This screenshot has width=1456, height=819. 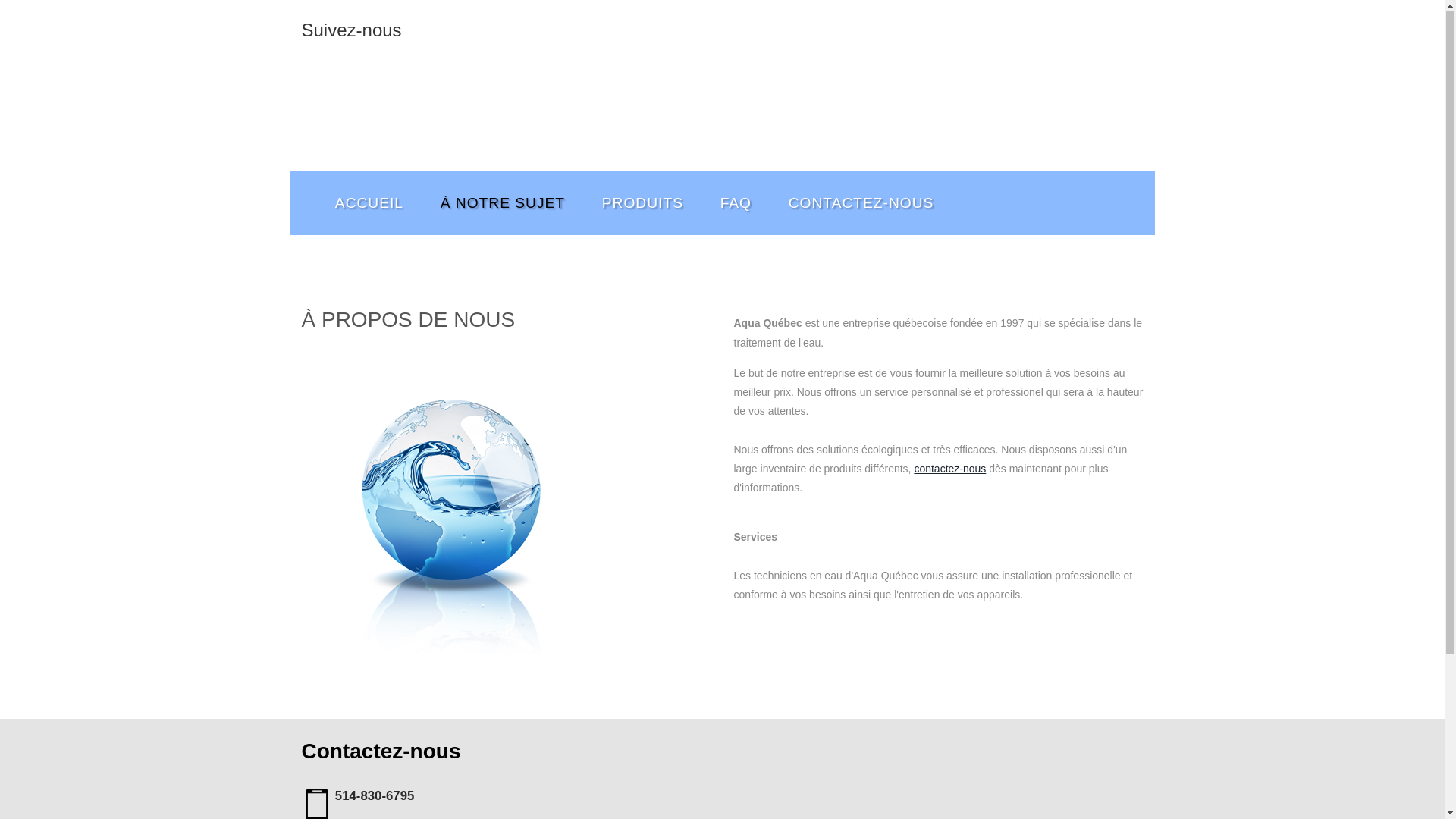 I want to click on 'contactez-nous', so click(x=949, y=468).